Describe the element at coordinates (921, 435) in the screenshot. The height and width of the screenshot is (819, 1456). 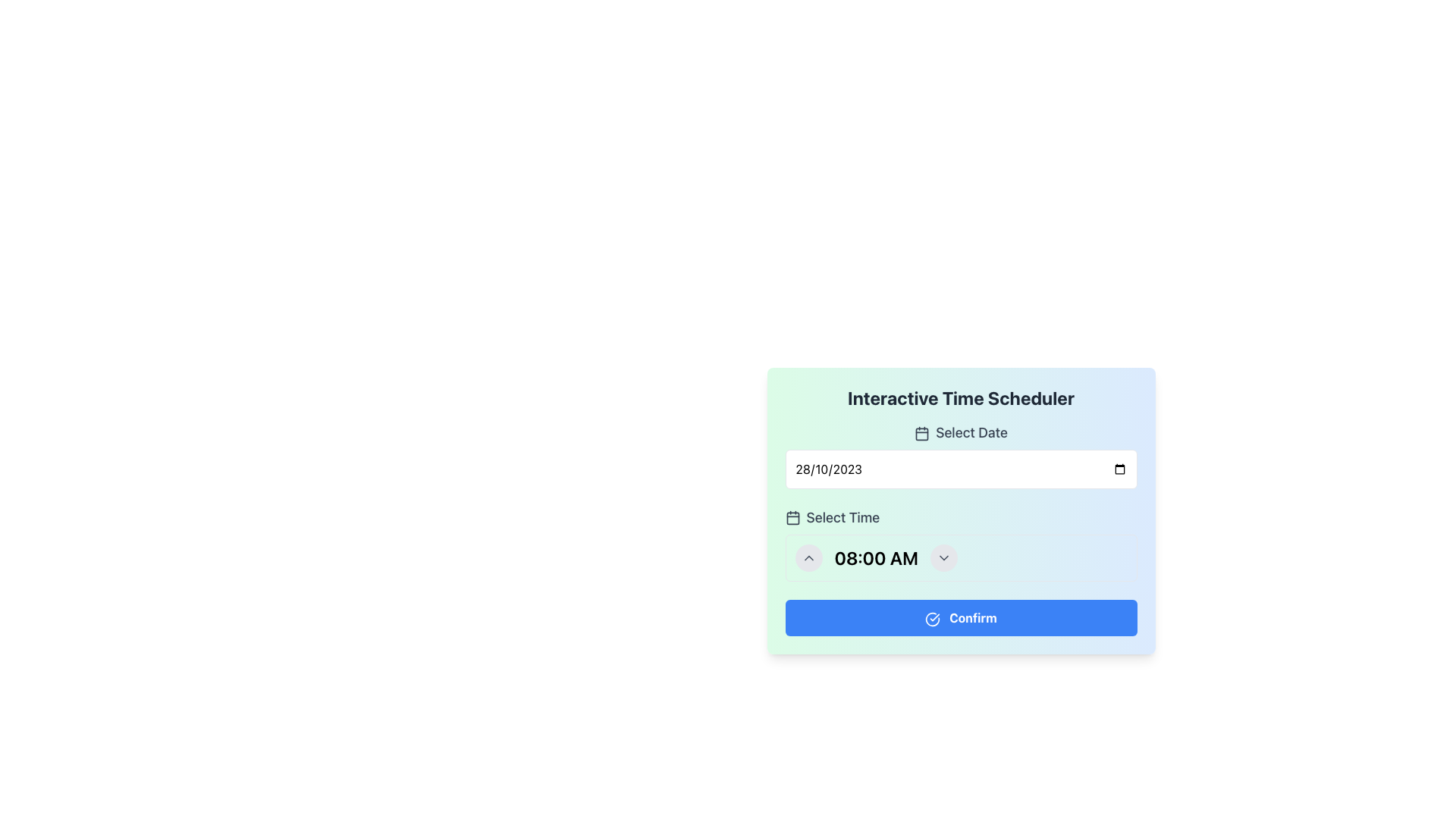
I see `the decorative graphic component of the calendar icon located to the left of the 'Select Date' label` at that location.